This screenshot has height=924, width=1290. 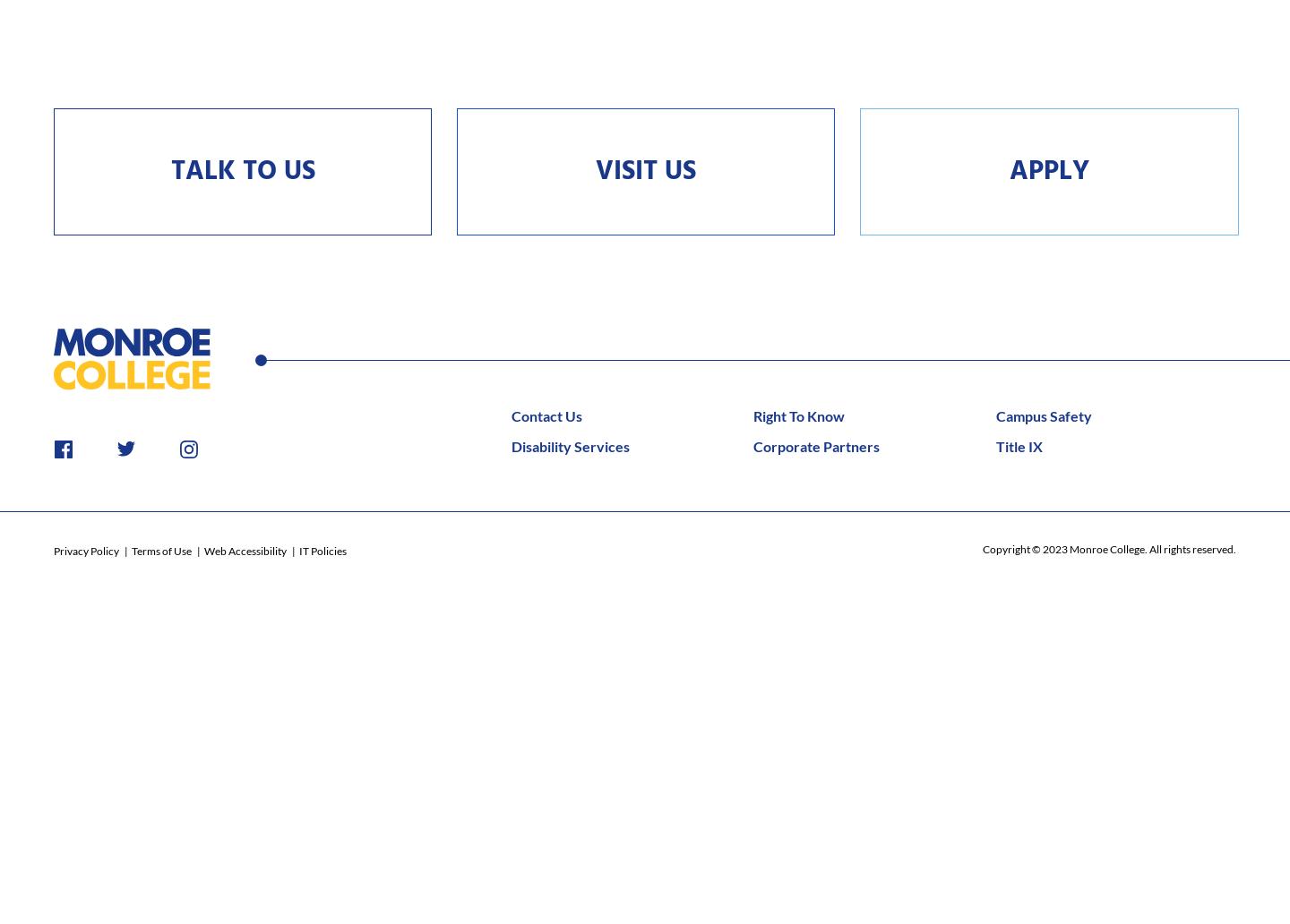 What do you see at coordinates (87, 550) in the screenshot?
I see `'Privacy Policy'` at bounding box center [87, 550].